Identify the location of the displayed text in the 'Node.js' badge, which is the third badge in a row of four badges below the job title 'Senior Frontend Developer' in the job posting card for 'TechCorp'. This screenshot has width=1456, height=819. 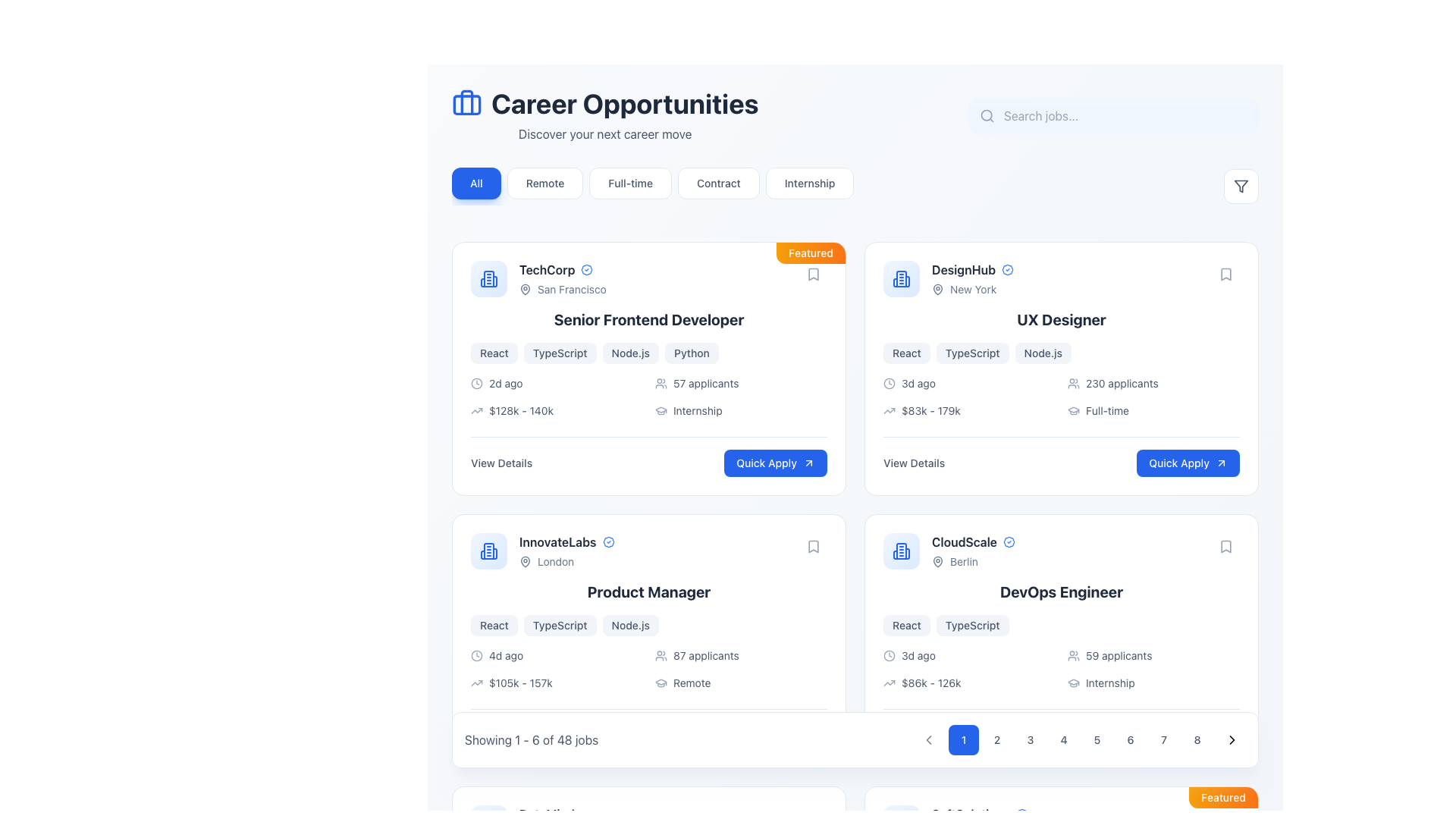
(630, 353).